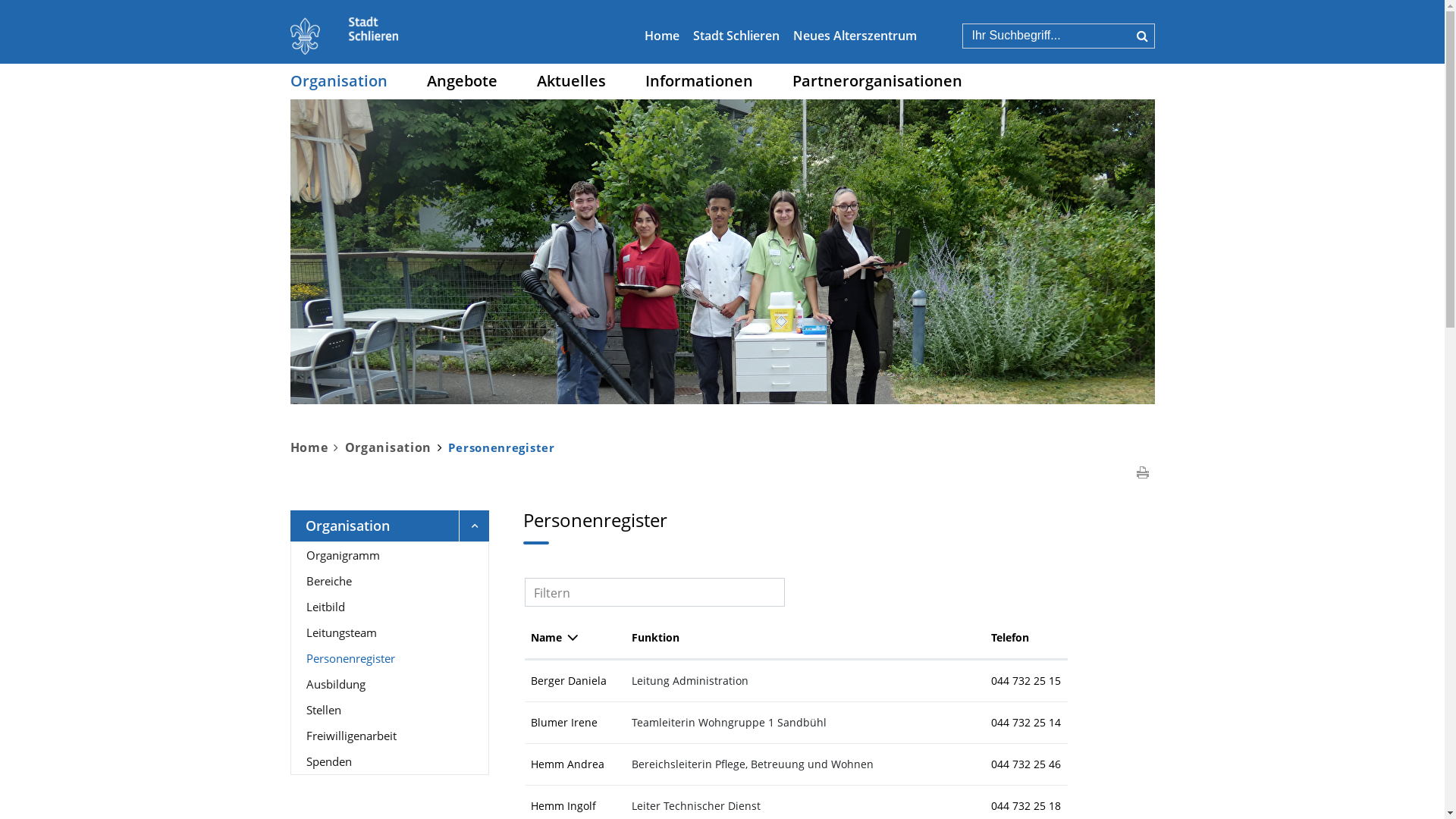 This screenshot has width=1456, height=819. What do you see at coordinates (290, 80) in the screenshot?
I see `'Organisation'` at bounding box center [290, 80].